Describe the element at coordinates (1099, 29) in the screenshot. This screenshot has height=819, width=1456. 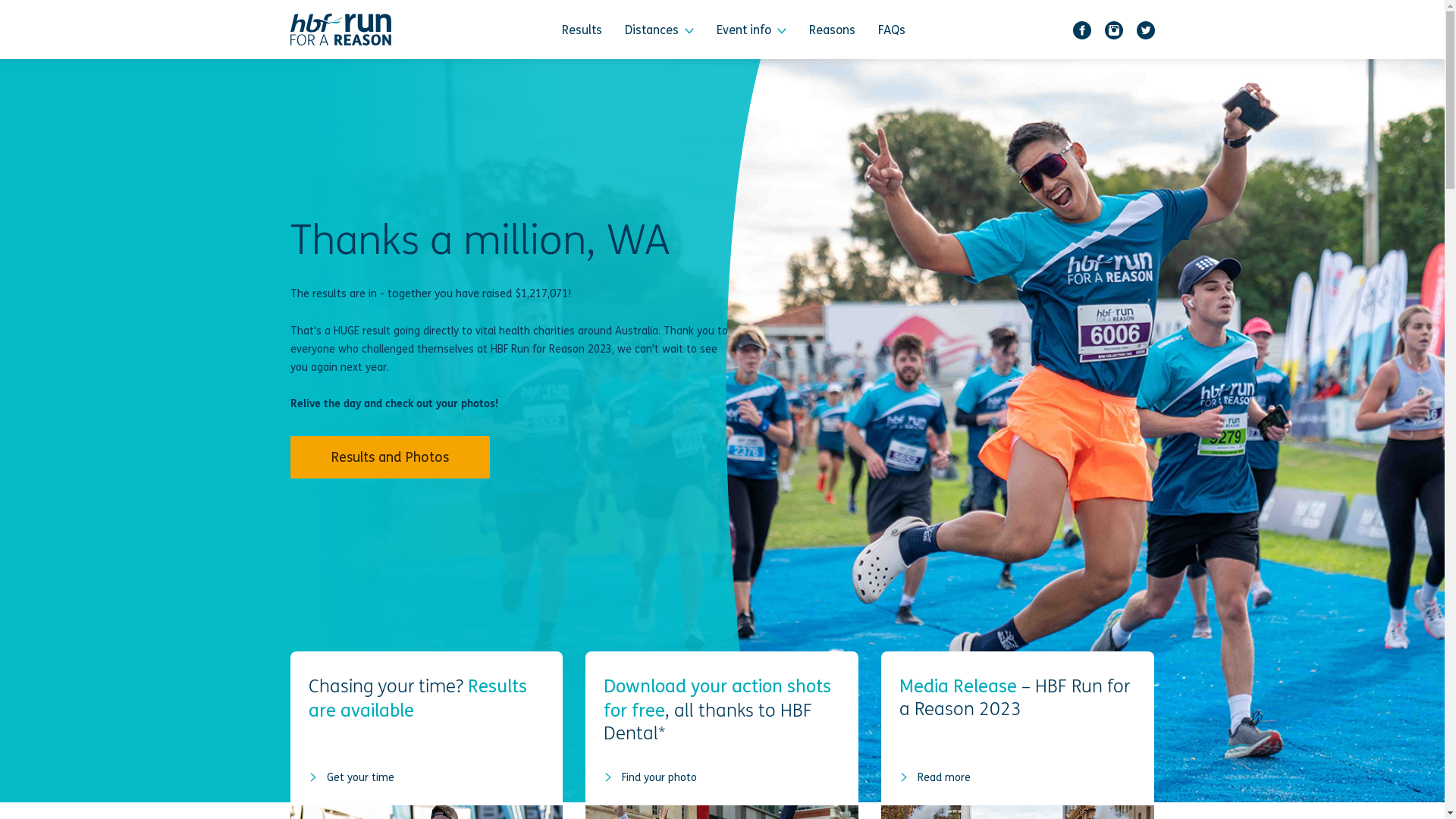
I see `'Instagram'` at that location.